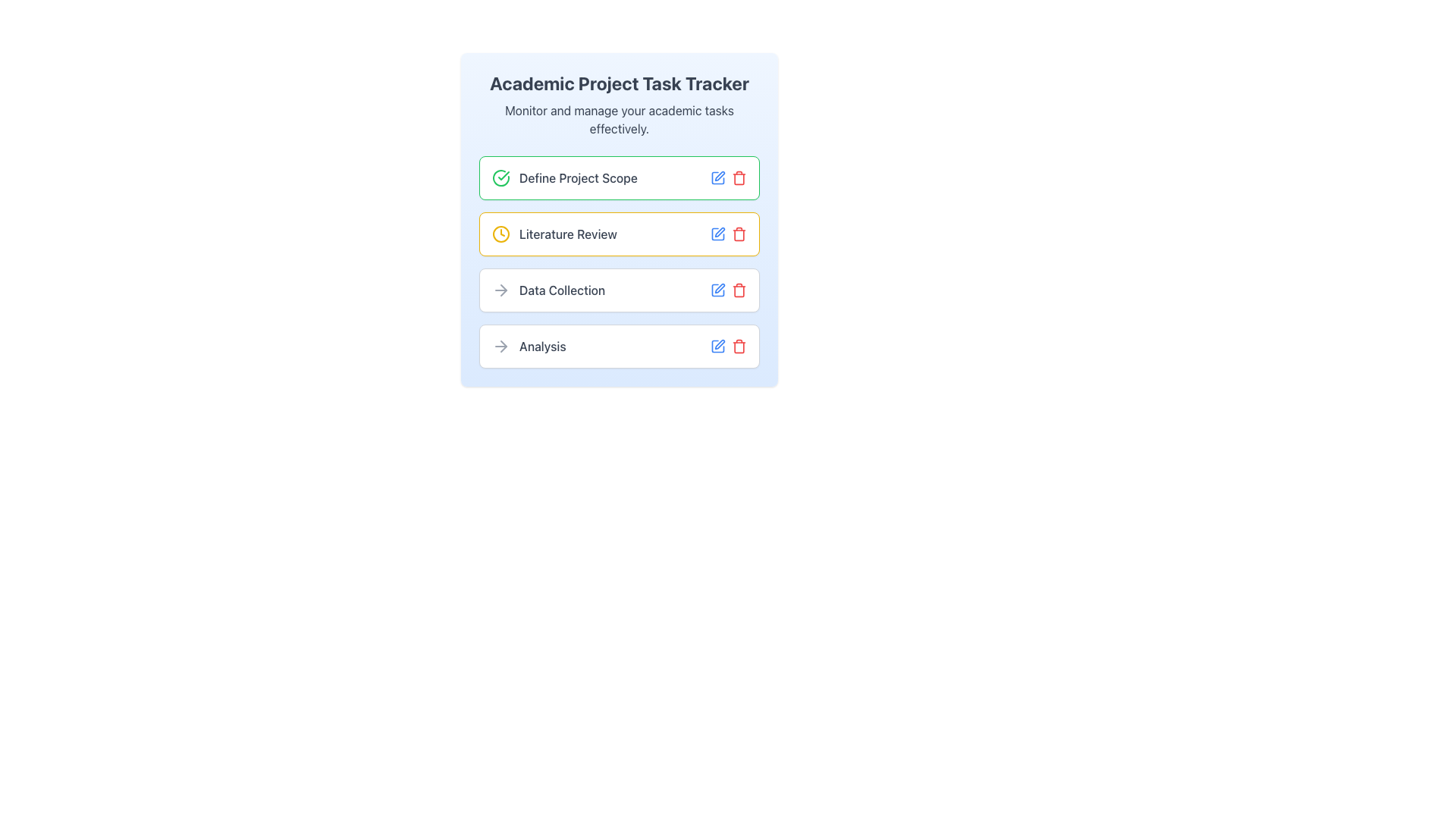 The image size is (1456, 819). I want to click on the navigation icon located to the left of the text label in the 'Analysis' row, so click(501, 346).